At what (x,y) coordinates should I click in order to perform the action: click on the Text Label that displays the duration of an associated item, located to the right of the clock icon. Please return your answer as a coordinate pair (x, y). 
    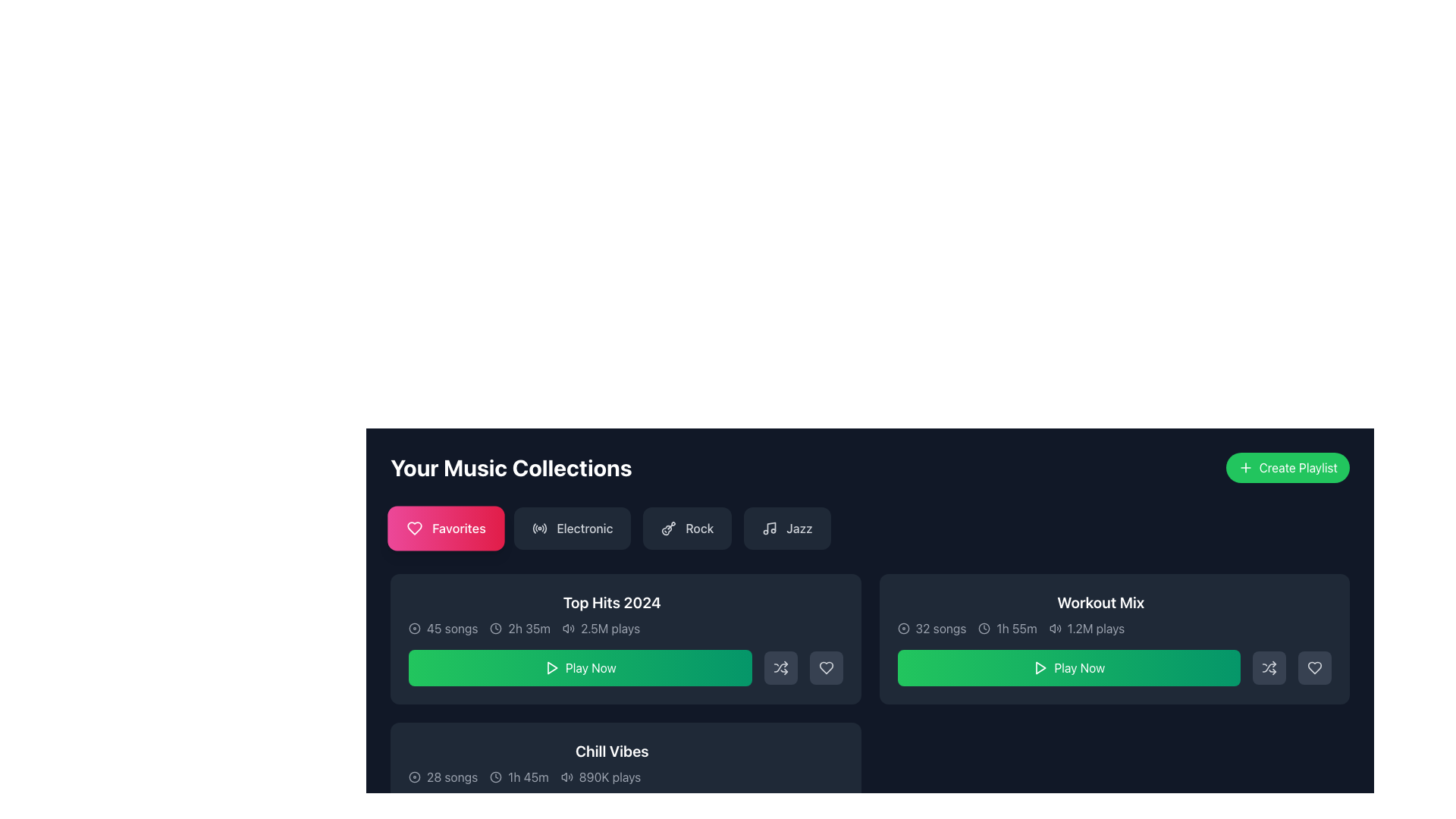
    Looking at the image, I should click on (529, 629).